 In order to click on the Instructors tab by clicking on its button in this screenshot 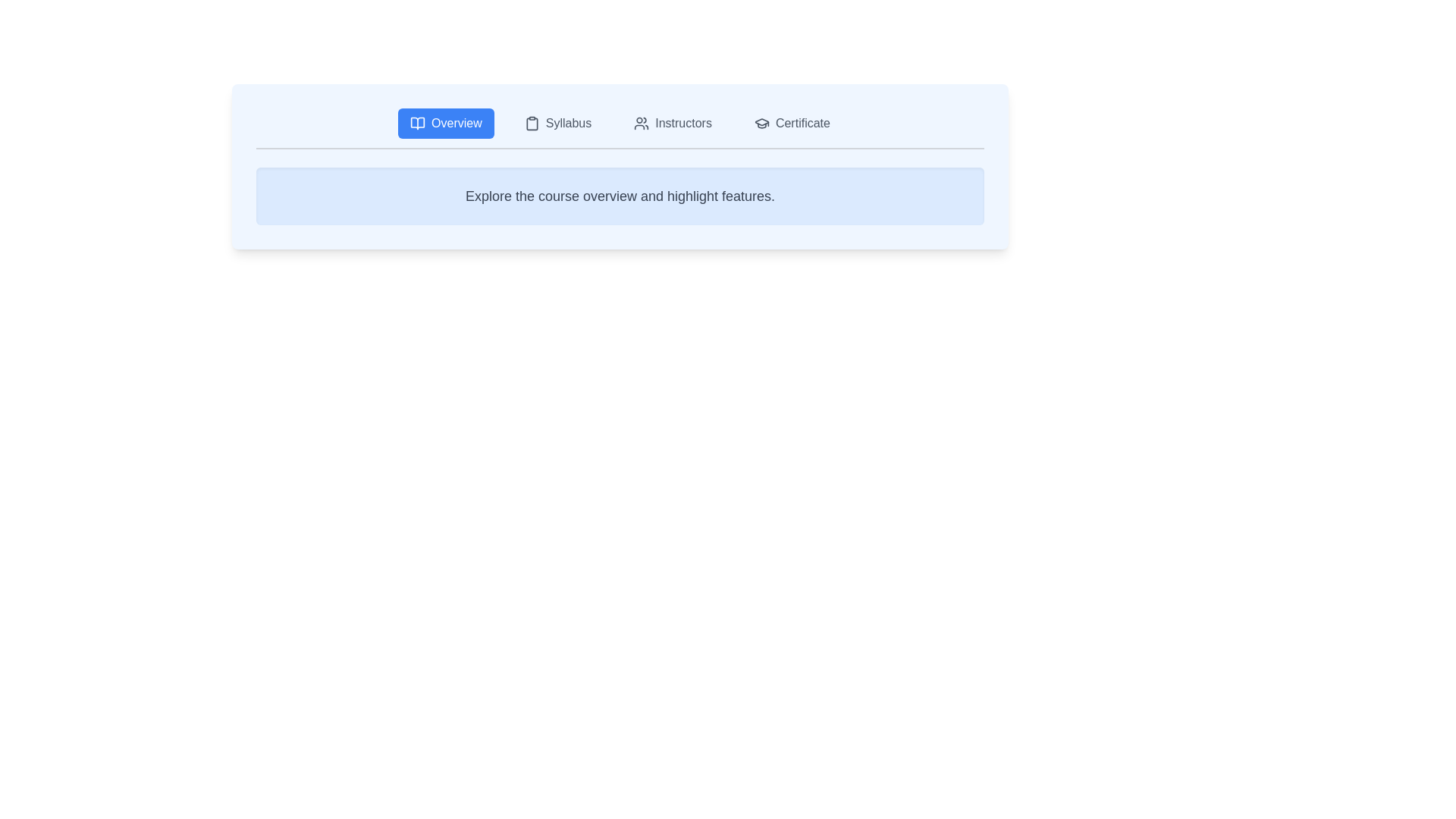, I will do `click(672, 122)`.